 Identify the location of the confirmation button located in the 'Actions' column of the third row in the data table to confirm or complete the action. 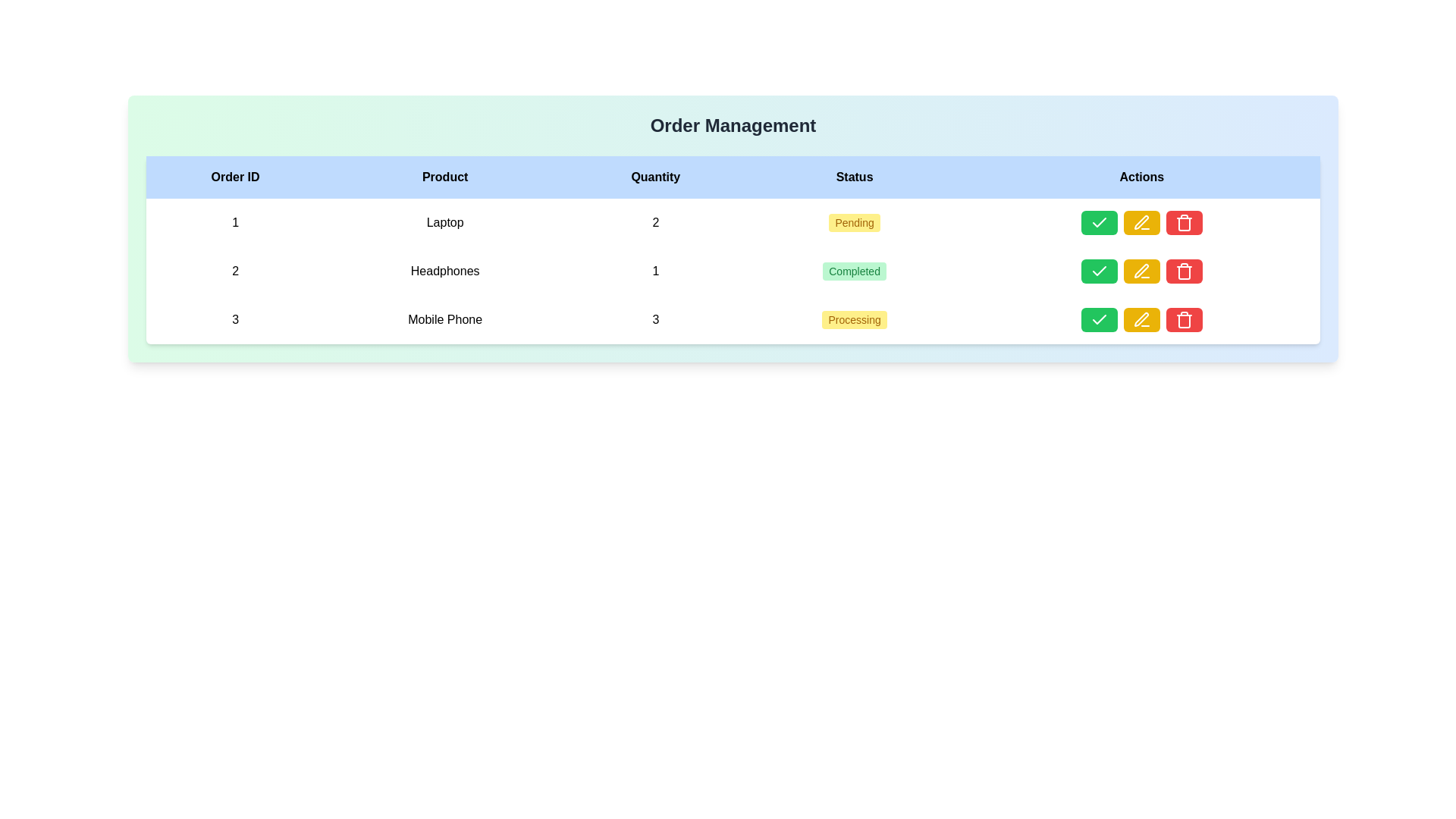
(1099, 318).